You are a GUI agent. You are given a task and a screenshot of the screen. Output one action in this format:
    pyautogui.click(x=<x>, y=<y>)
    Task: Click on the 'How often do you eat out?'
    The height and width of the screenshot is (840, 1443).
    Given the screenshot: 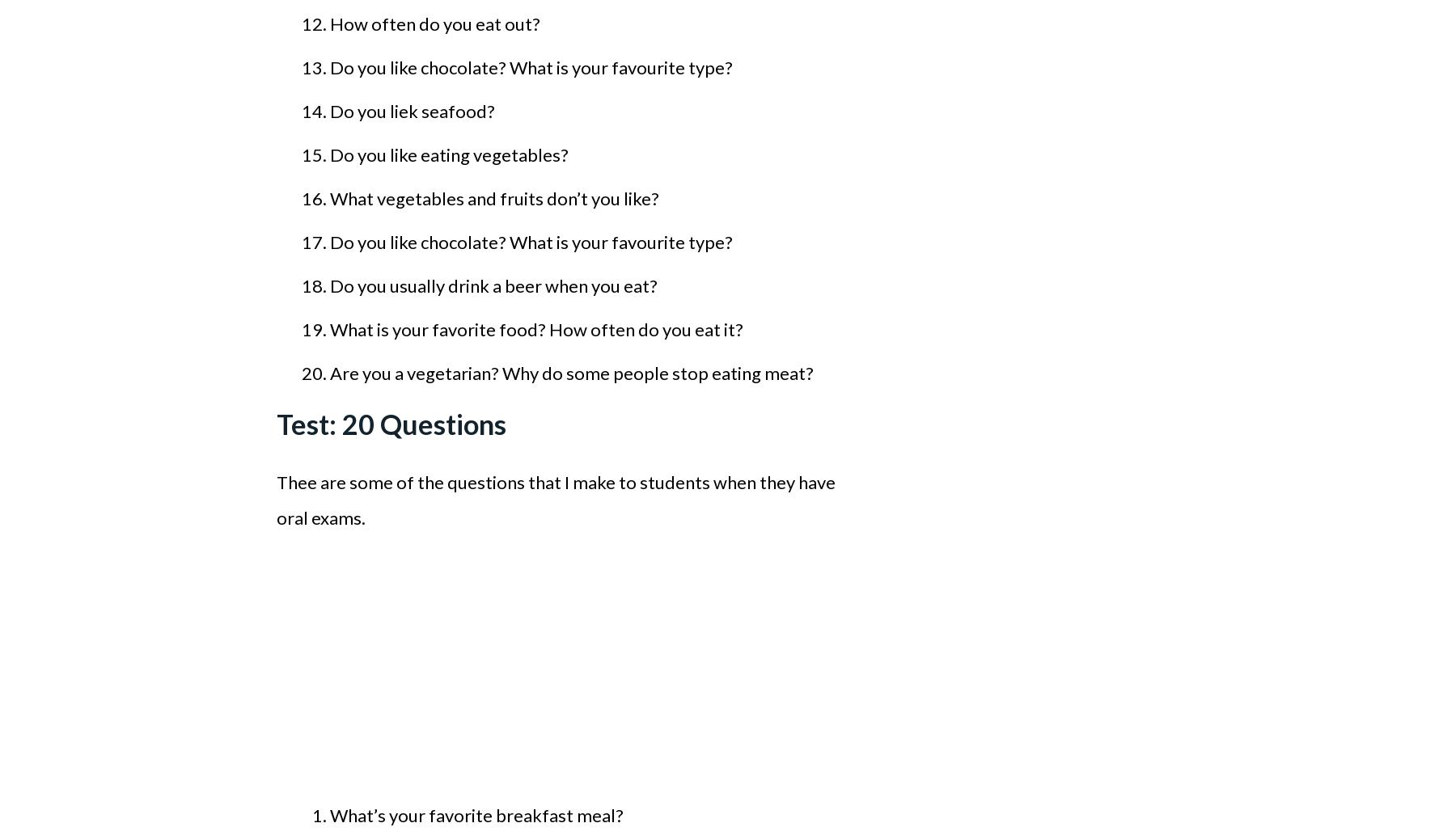 What is the action you would take?
    pyautogui.click(x=435, y=23)
    